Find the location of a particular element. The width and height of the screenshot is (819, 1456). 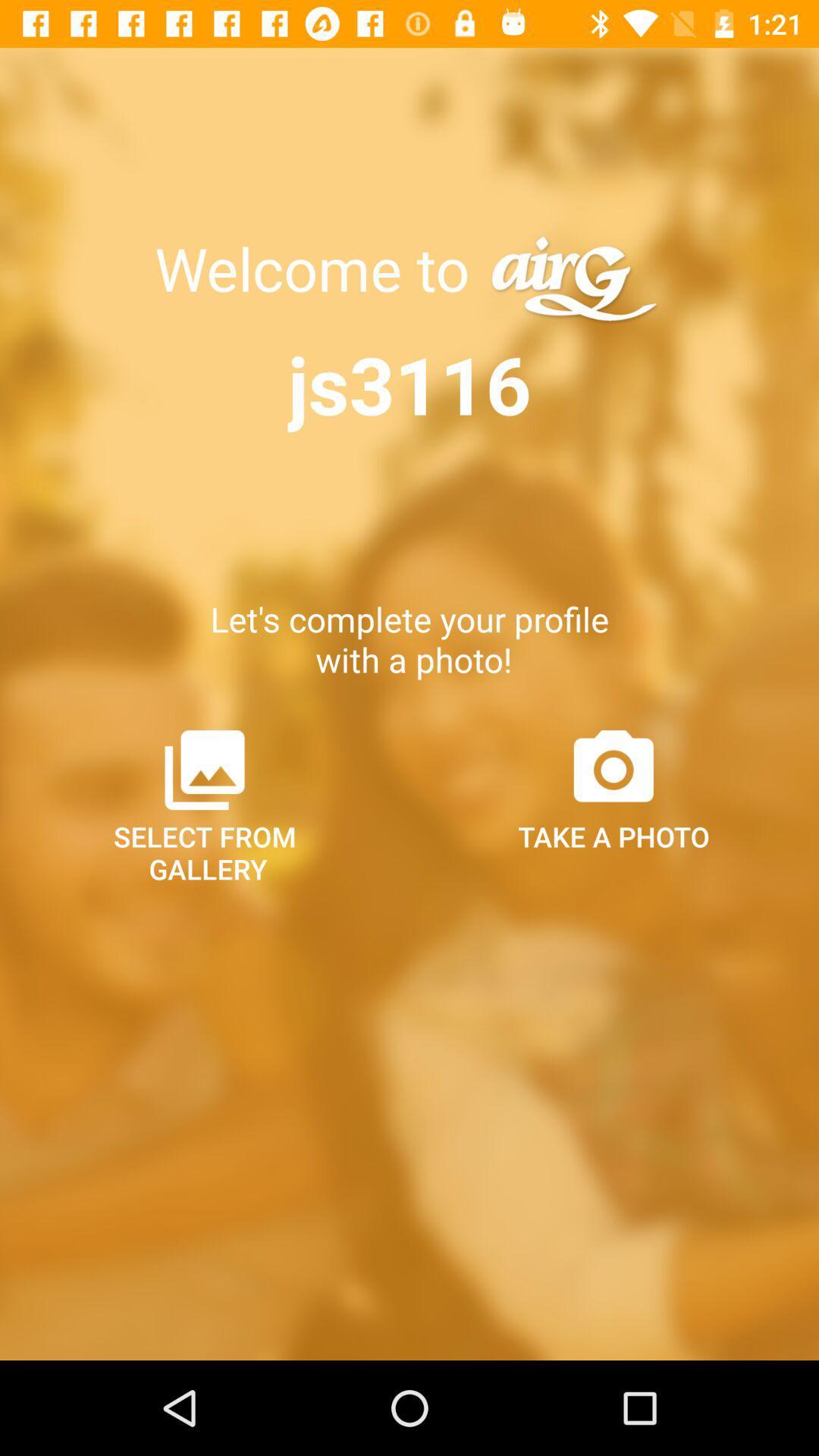

the select from is located at coordinates (205, 804).